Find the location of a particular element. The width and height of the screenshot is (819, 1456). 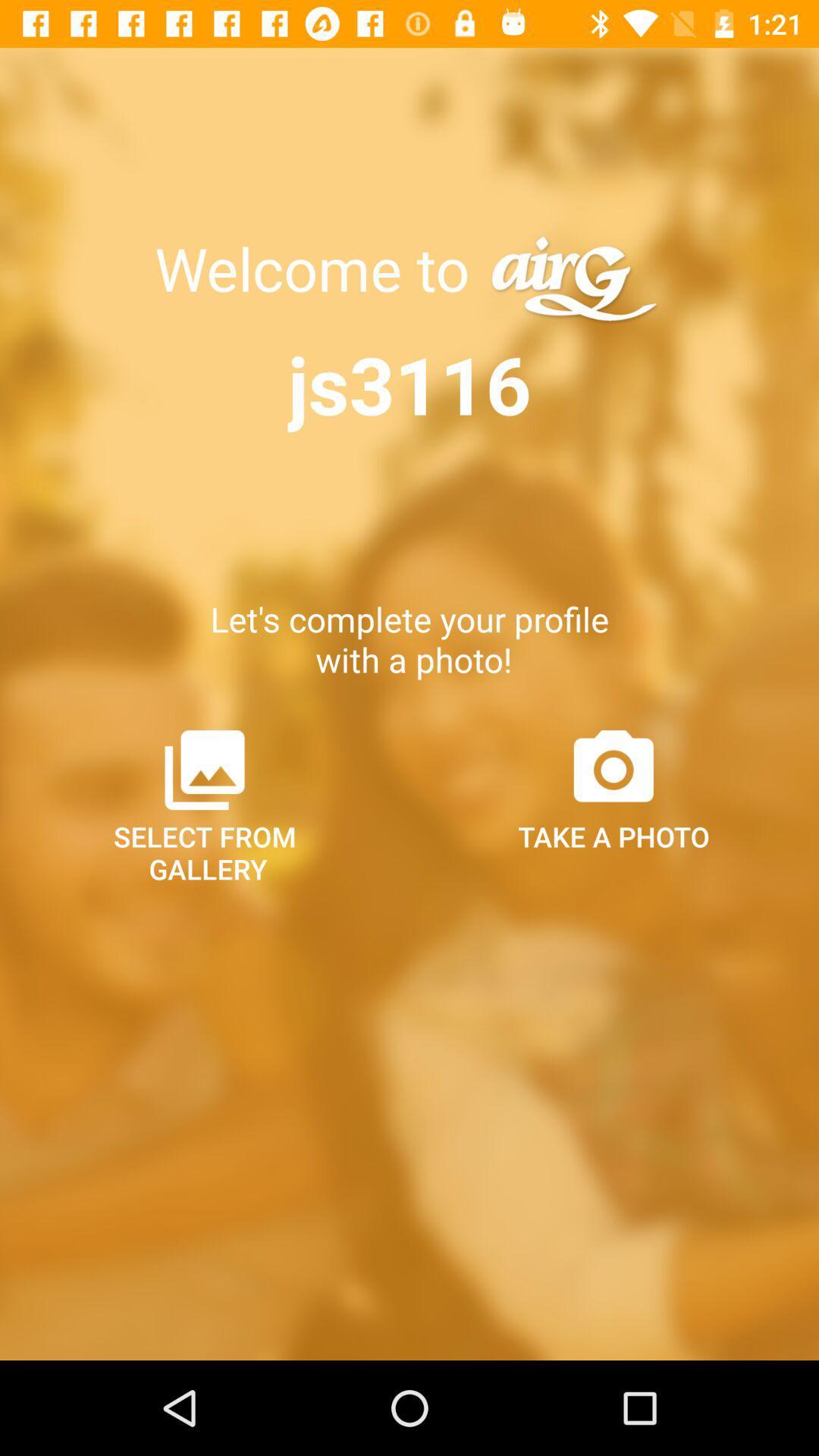

the select from is located at coordinates (205, 804).